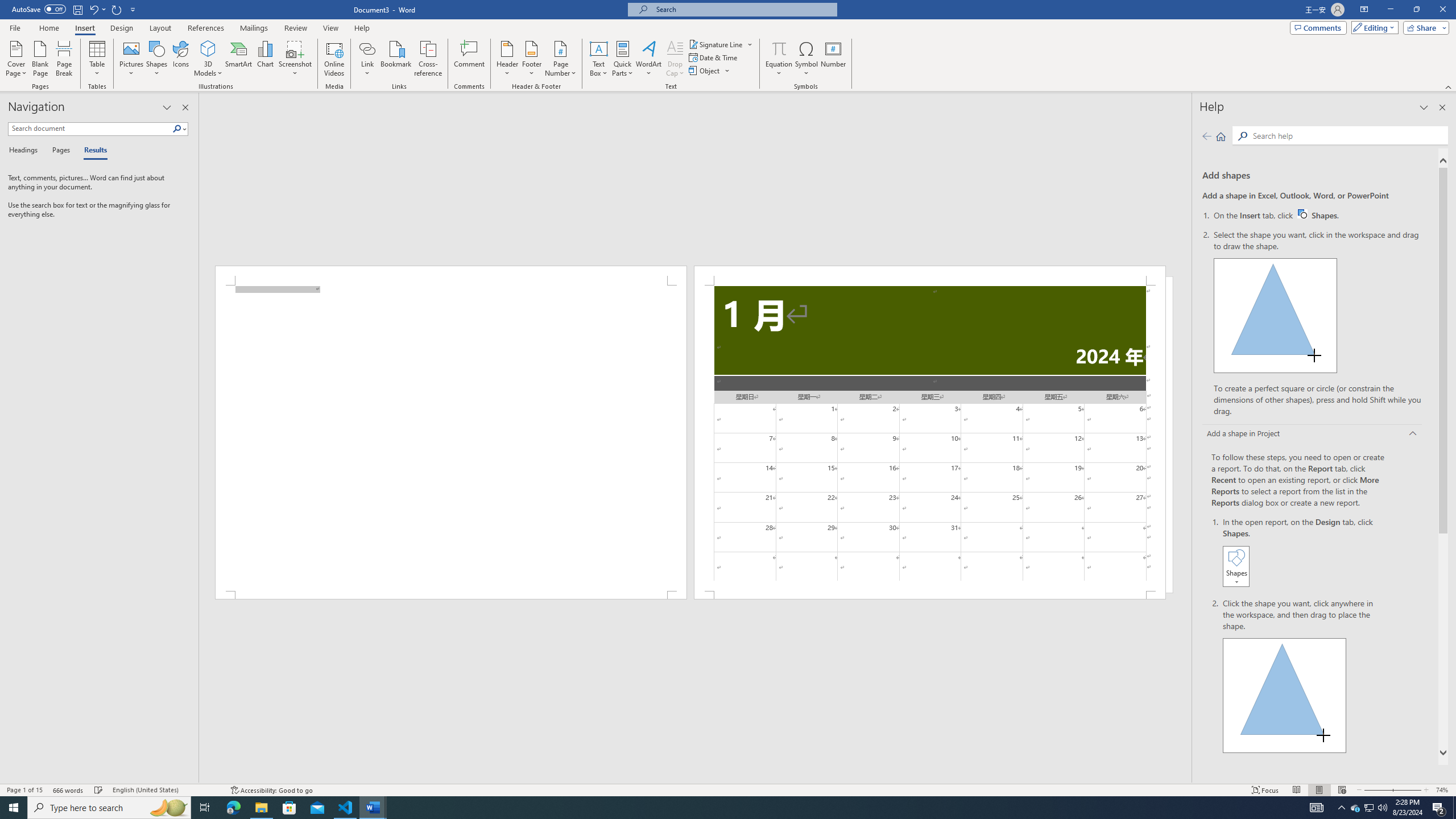 The height and width of the screenshot is (819, 1456). I want to click on 'Object...', so click(705, 69).